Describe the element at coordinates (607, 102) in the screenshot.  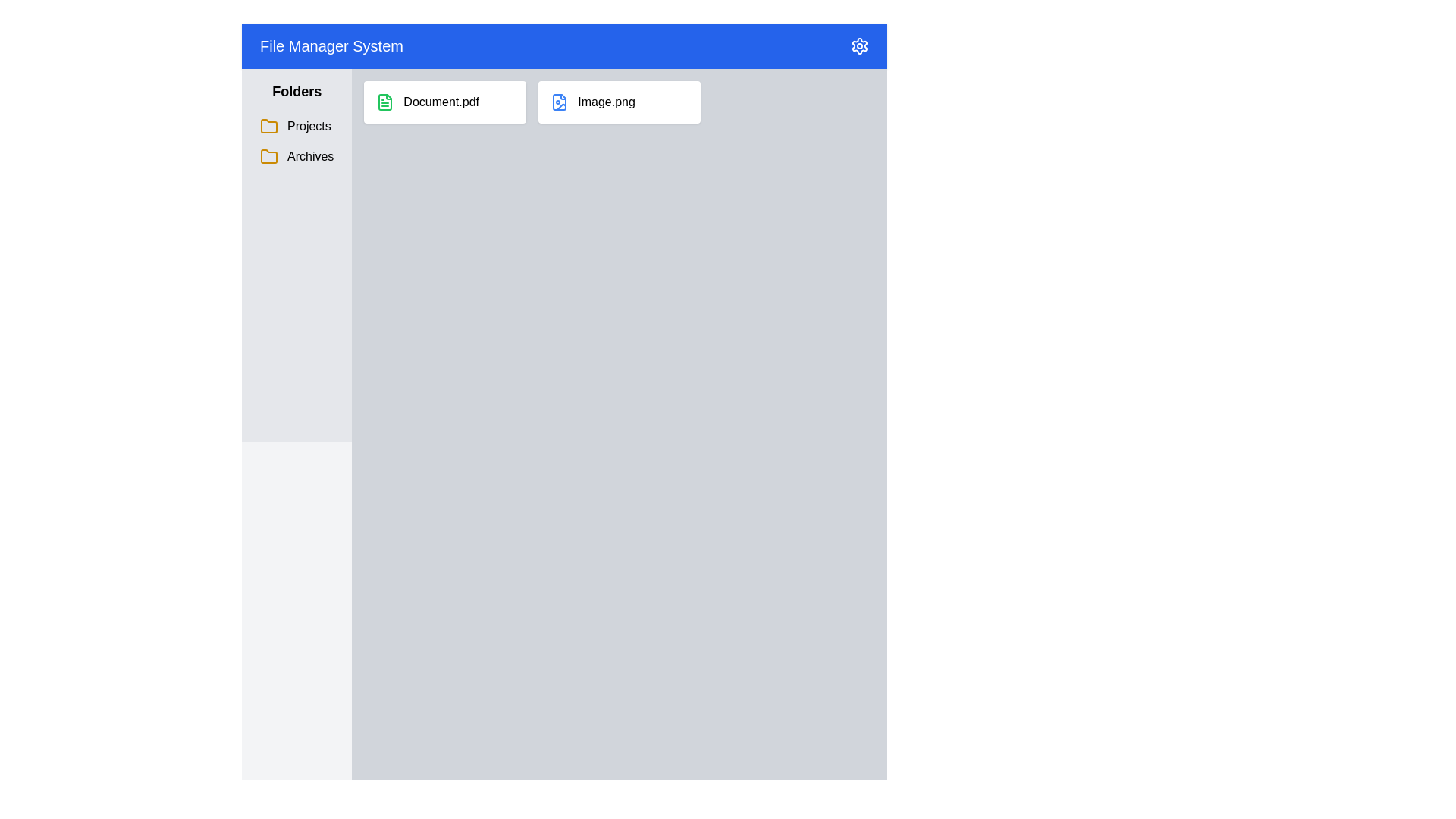
I see `text label 'Image.png' that is part of the second card in a horizontal list of file representations, which includes a document icon labeled 'Document.pdf' on the left` at that location.